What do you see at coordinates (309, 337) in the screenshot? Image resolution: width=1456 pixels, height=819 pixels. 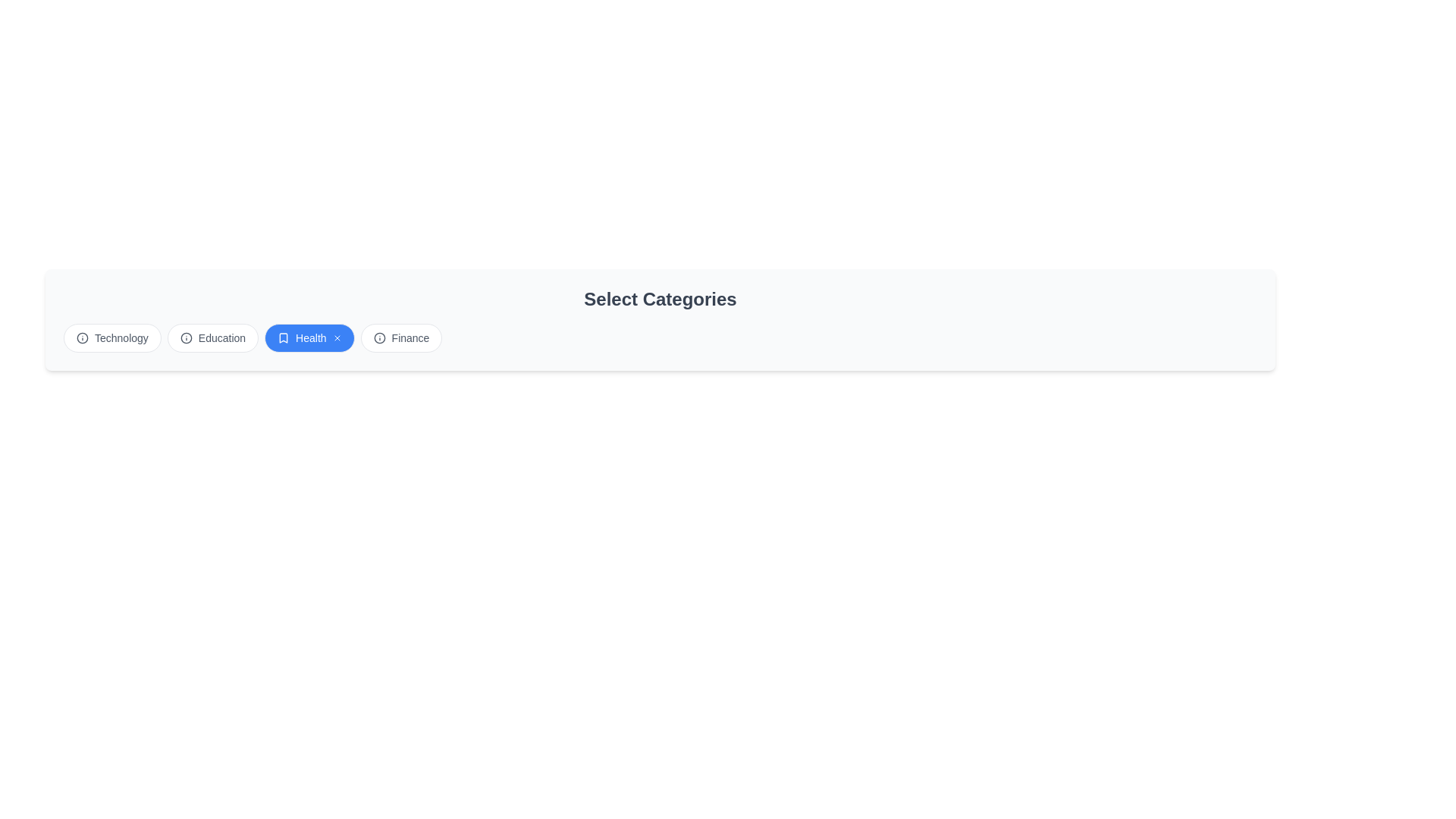 I see `the category Health by clicking on its chip` at bounding box center [309, 337].